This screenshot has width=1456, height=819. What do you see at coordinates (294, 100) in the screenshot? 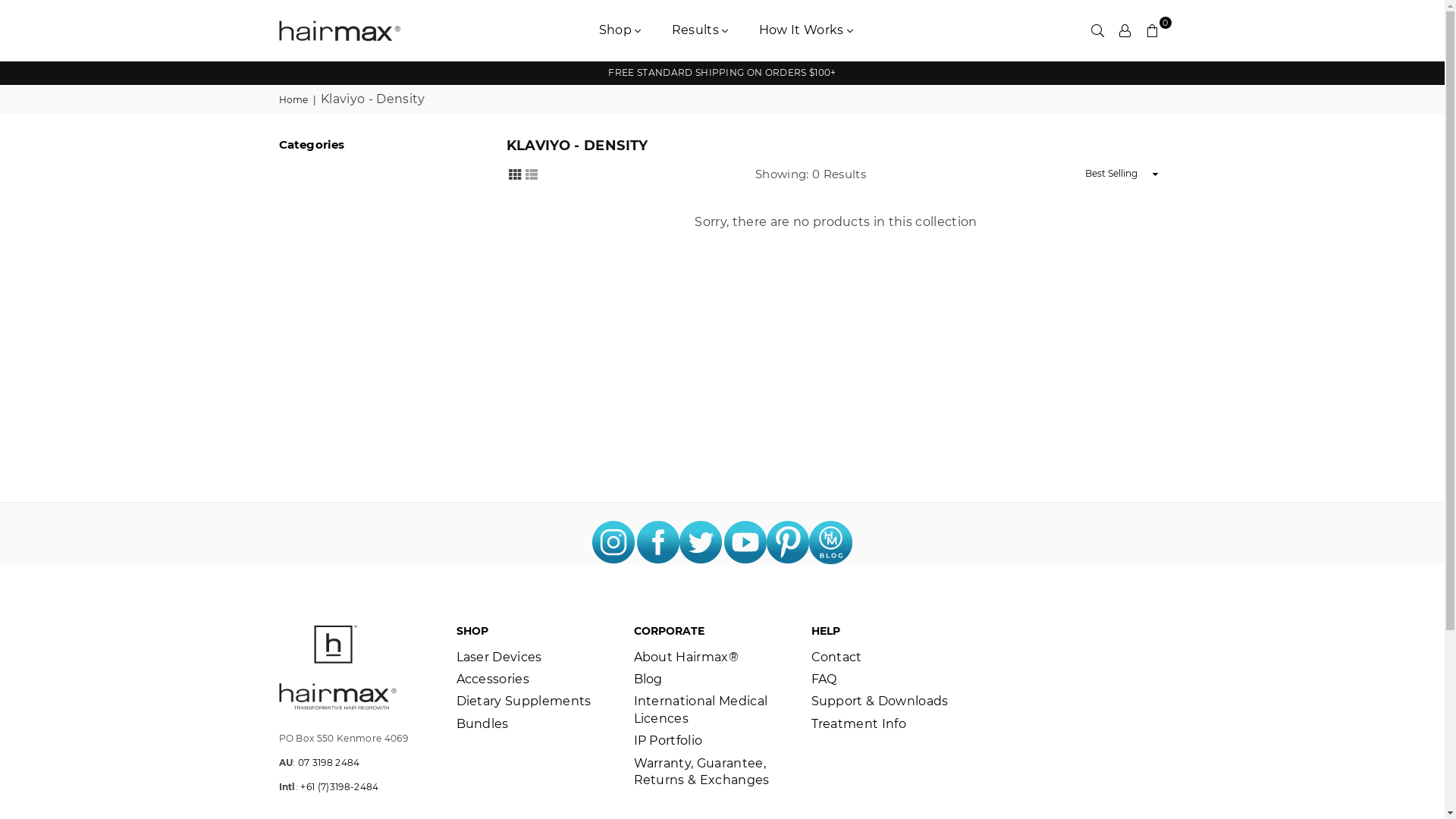
I see `'Home'` at bounding box center [294, 100].